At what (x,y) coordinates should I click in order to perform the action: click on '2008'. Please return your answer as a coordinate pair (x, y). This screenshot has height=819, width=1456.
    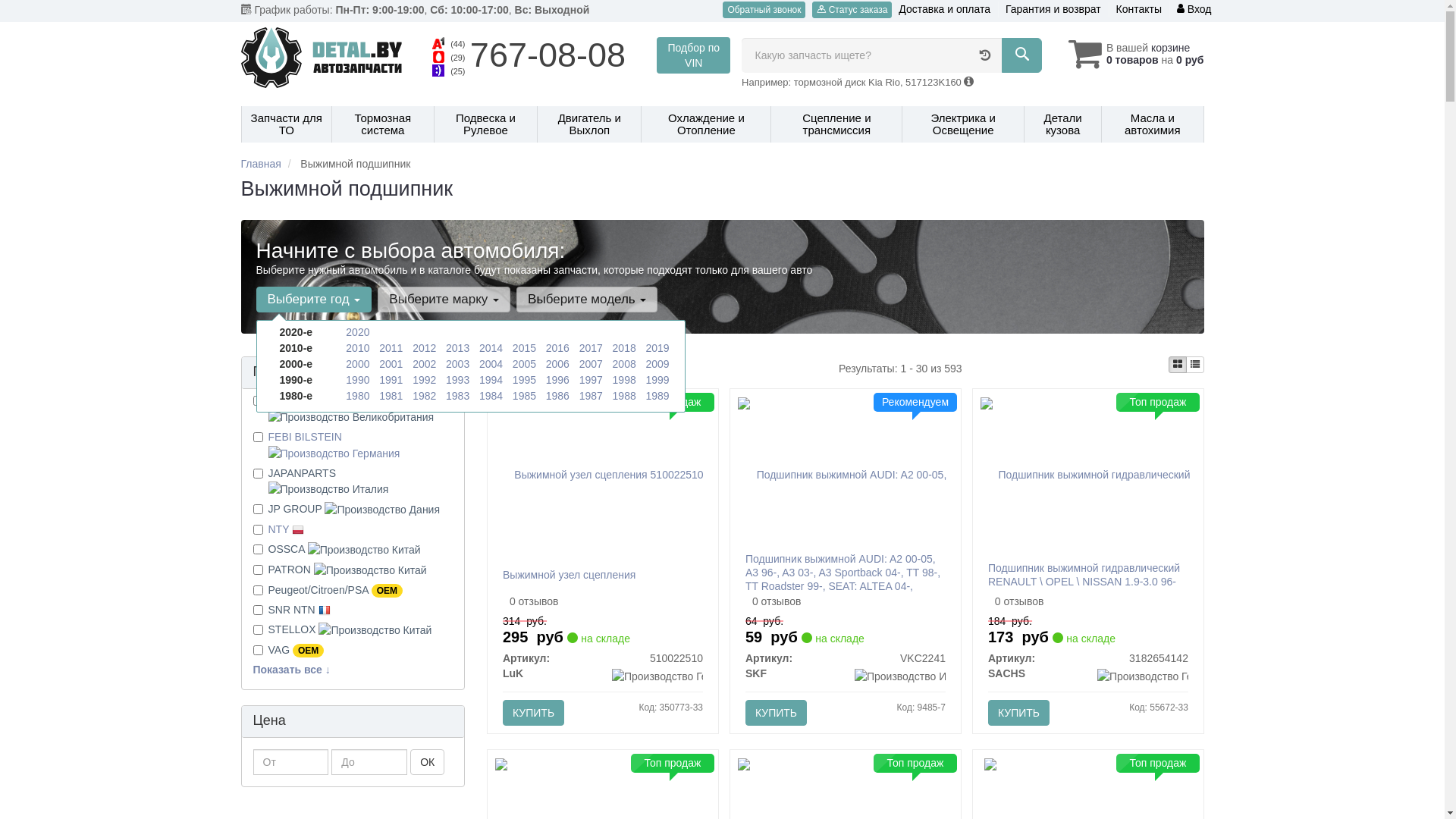
    Looking at the image, I should click on (624, 363).